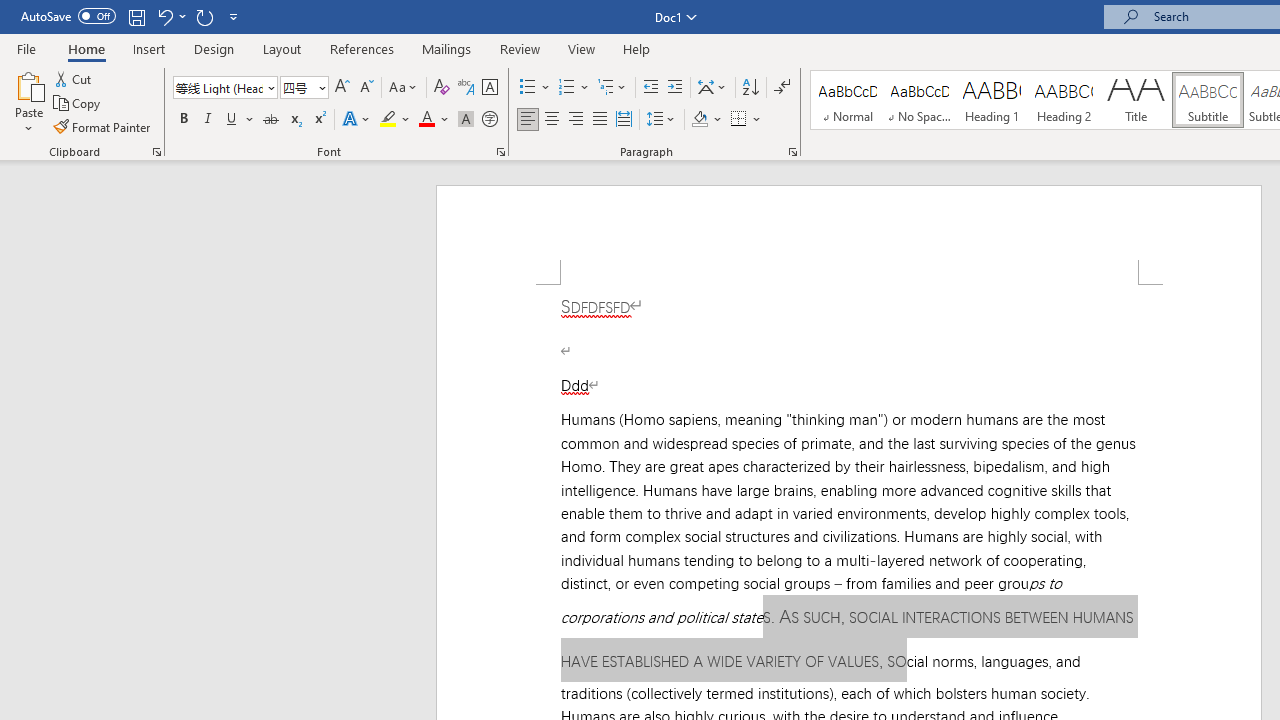  Describe the element at coordinates (661, 119) in the screenshot. I see `'Line and Paragraph Spacing'` at that location.